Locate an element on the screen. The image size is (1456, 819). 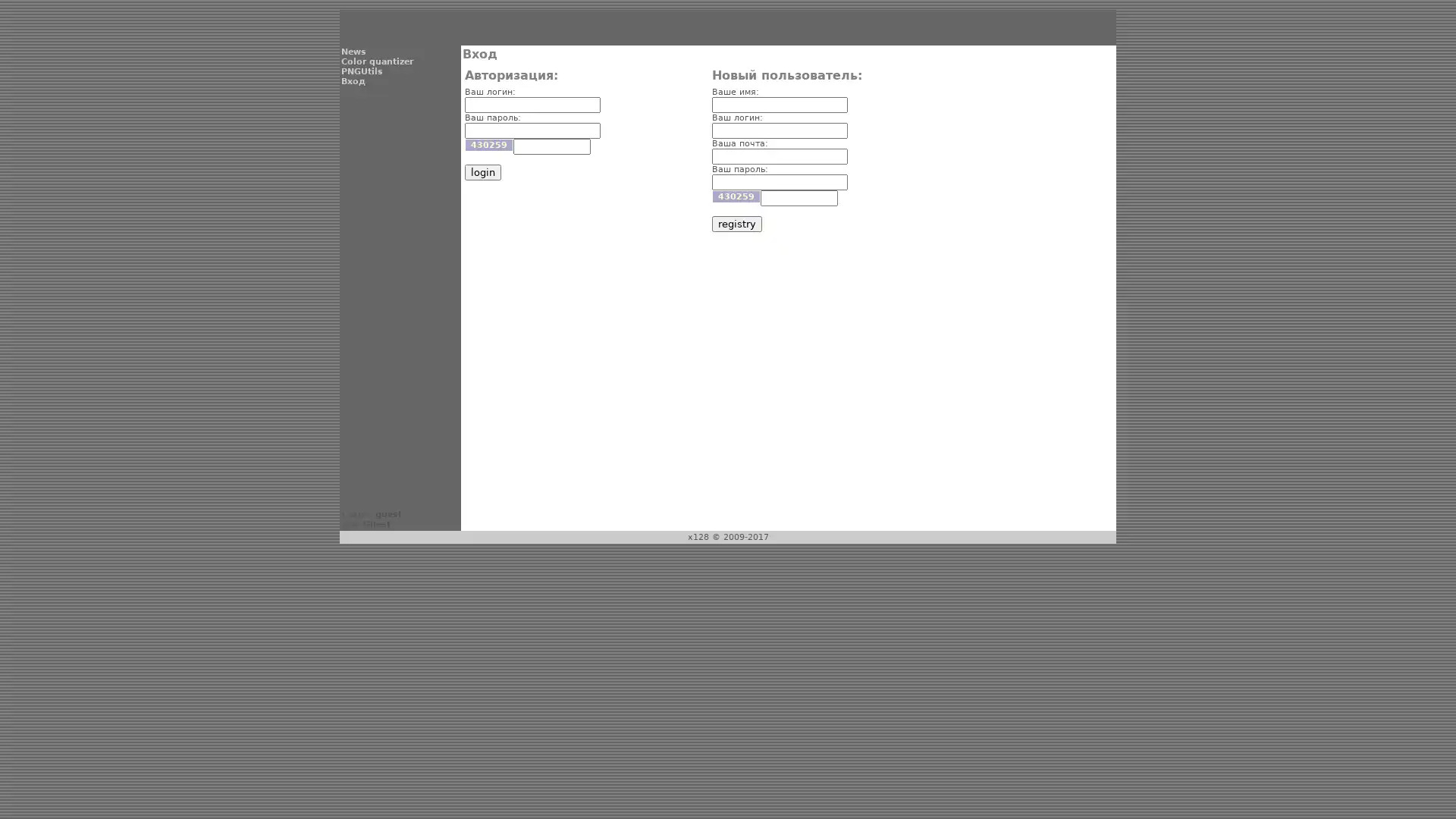
registry is located at coordinates (736, 224).